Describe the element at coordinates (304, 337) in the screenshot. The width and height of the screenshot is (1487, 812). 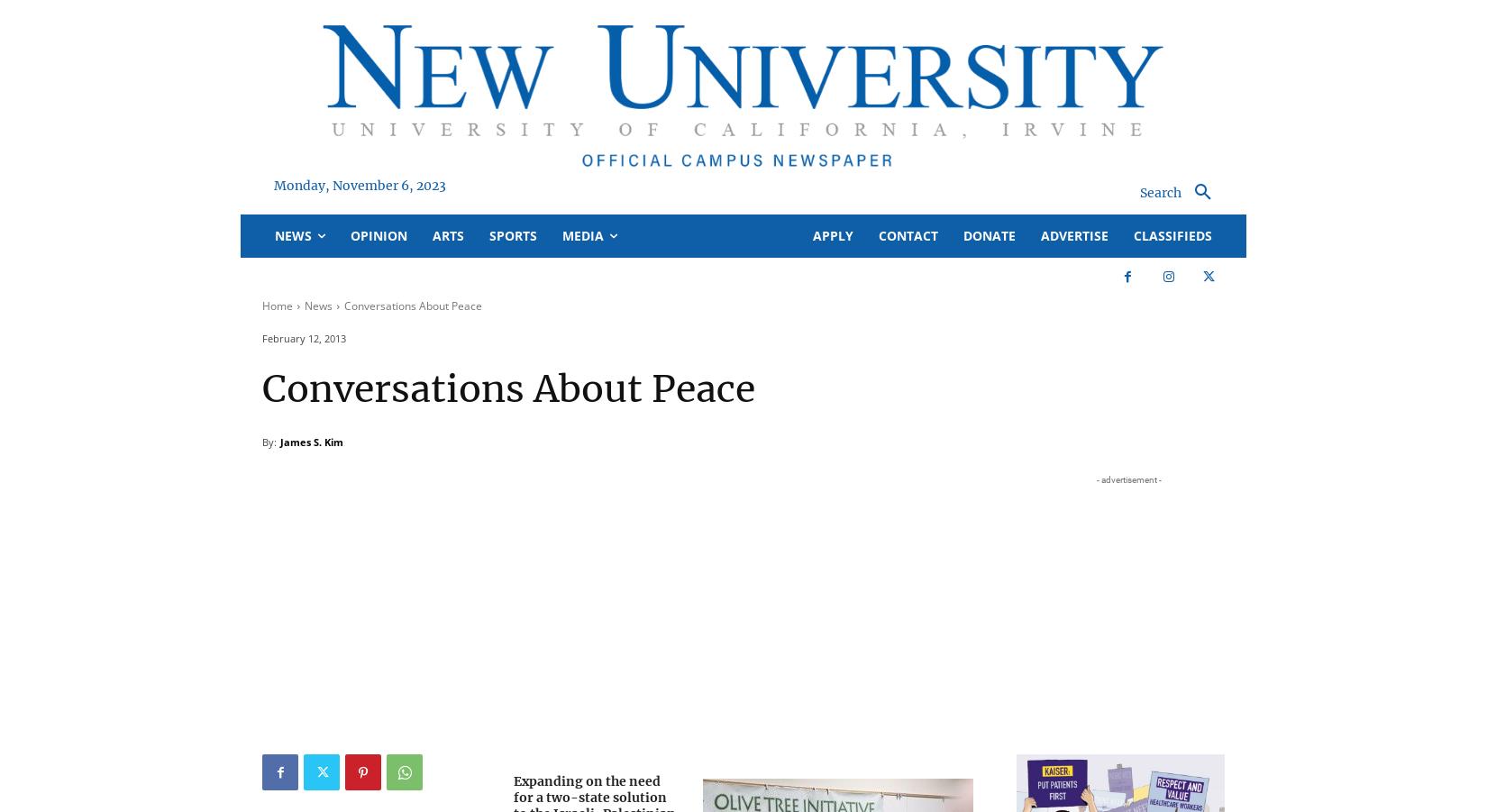
I see `'February 12, 2013'` at that location.